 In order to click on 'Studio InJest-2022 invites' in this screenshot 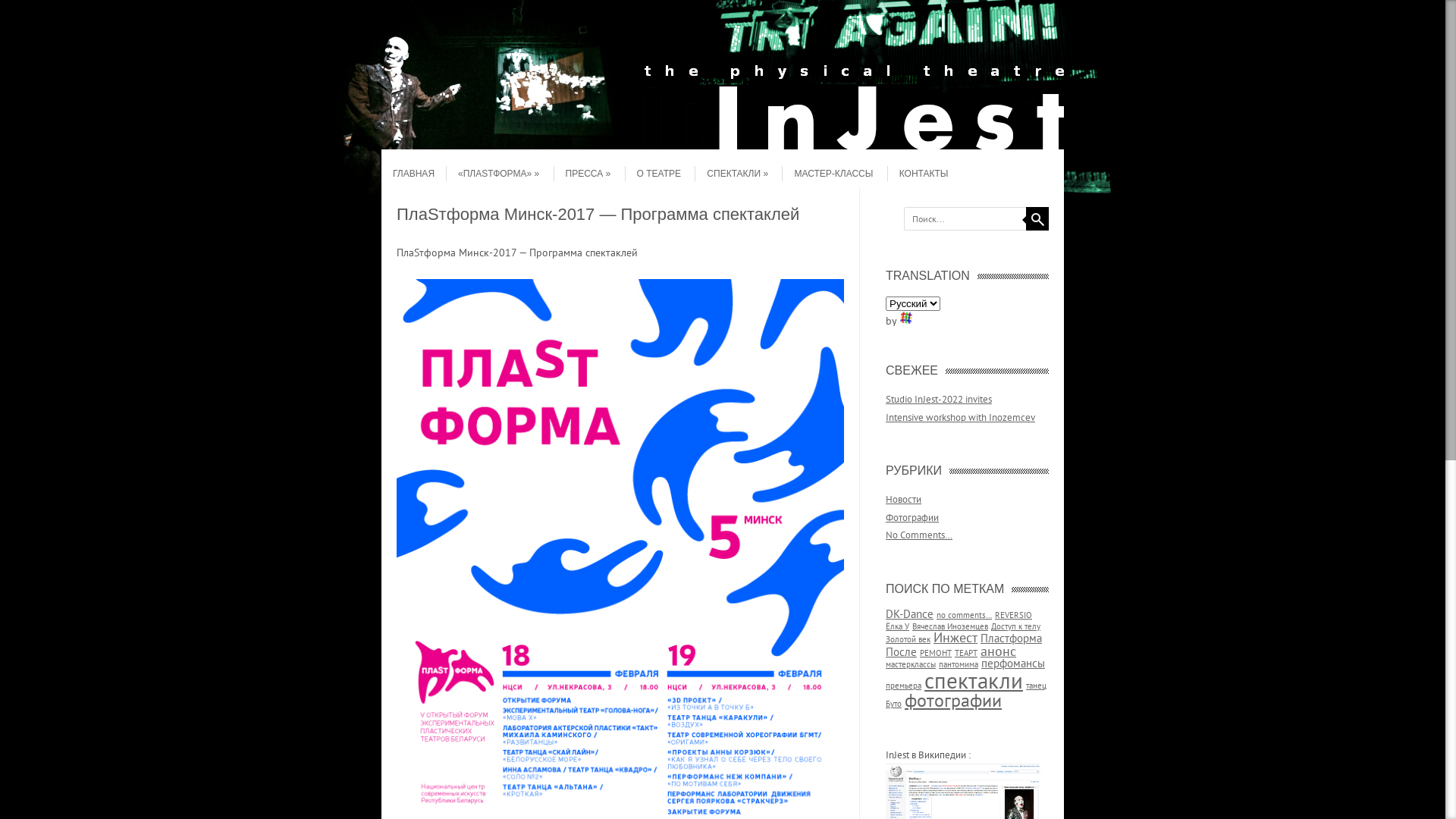, I will do `click(885, 398)`.